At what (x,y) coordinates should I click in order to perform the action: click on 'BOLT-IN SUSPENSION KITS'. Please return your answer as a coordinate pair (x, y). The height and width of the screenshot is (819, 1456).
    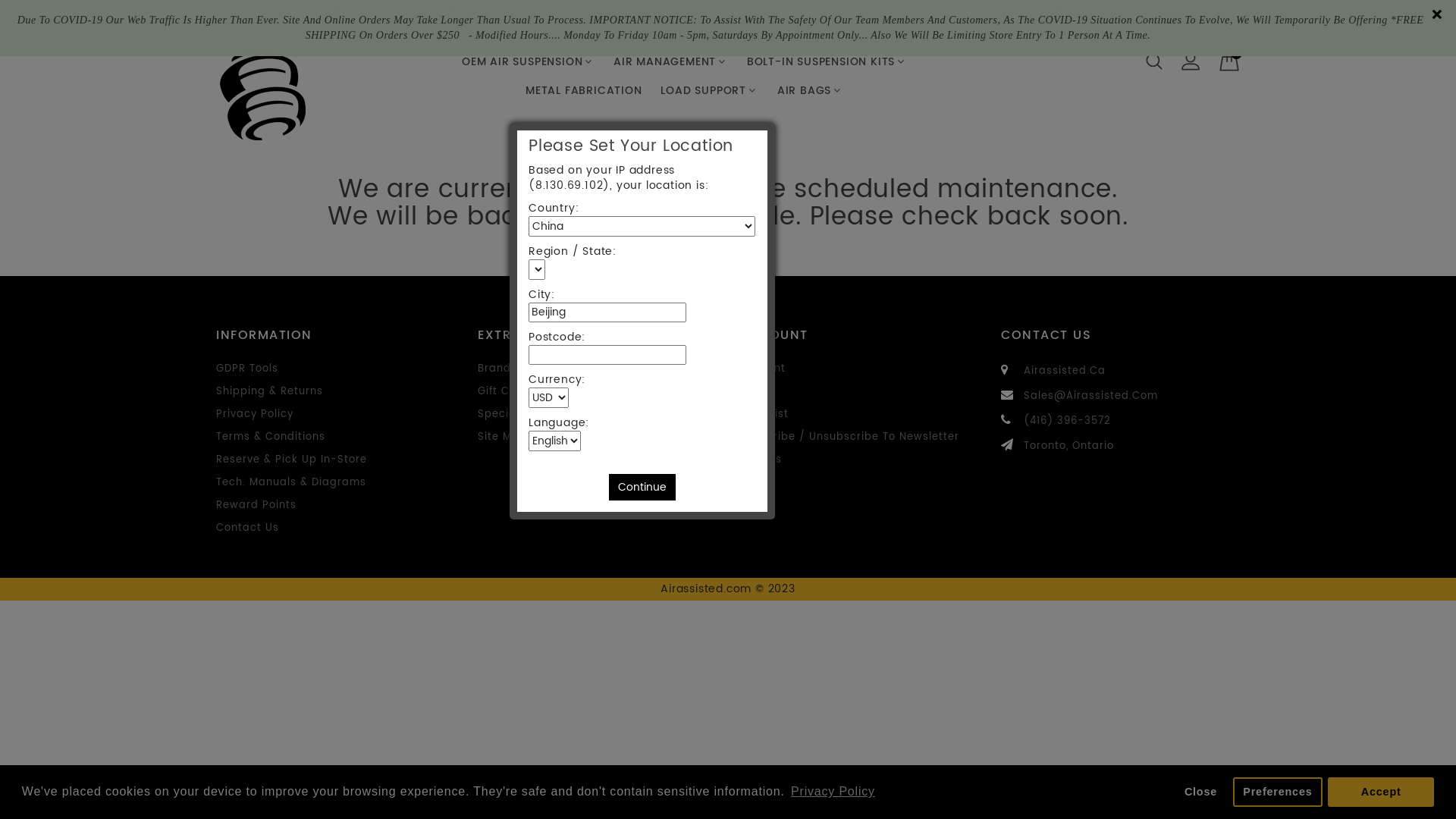
    Looking at the image, I should click on (826, 61).